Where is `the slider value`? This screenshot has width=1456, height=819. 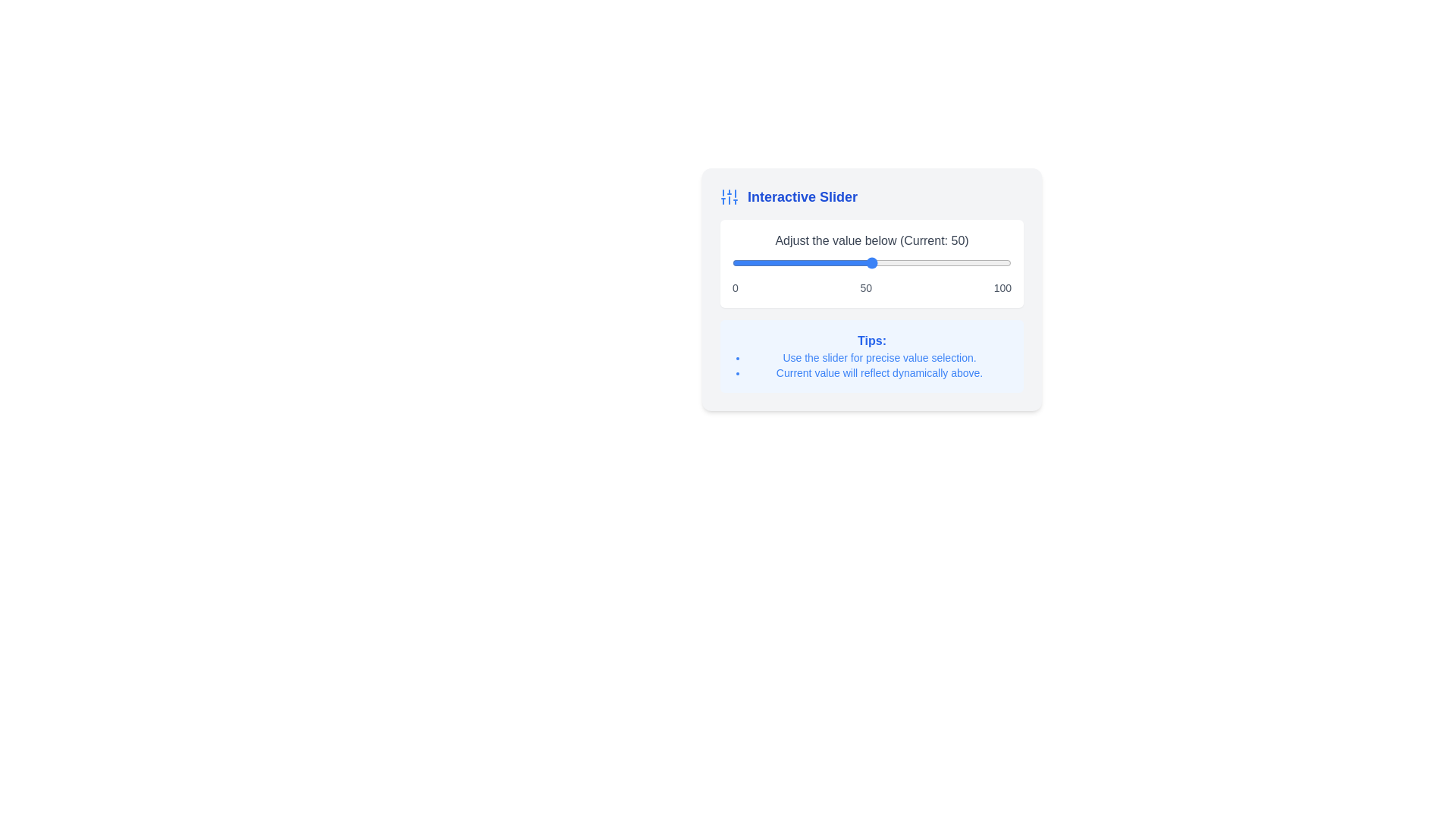 the slider value is located at coordinates (855, 262).